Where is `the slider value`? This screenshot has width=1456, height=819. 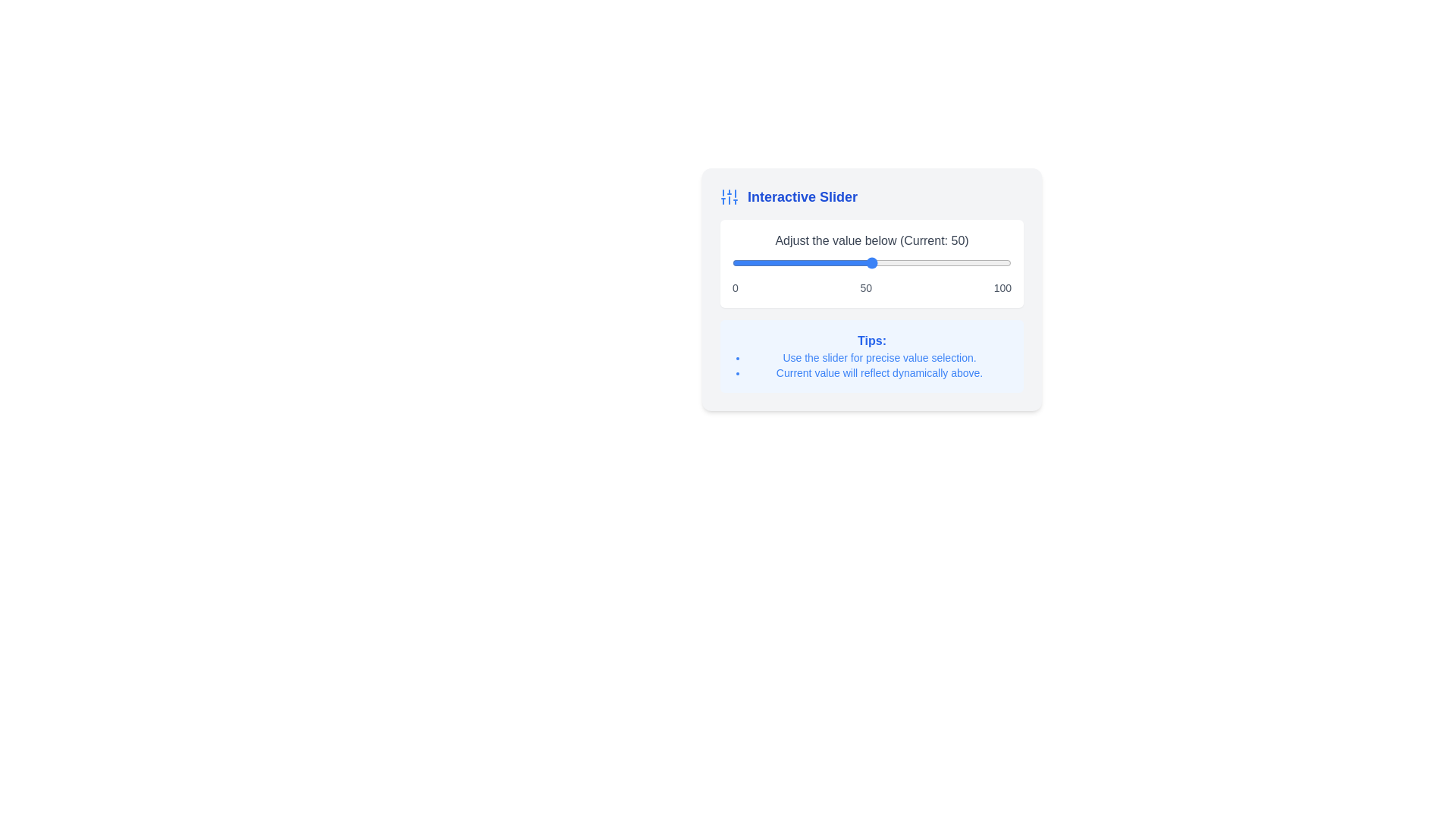 the slider value is located at coordinates (855, 262).